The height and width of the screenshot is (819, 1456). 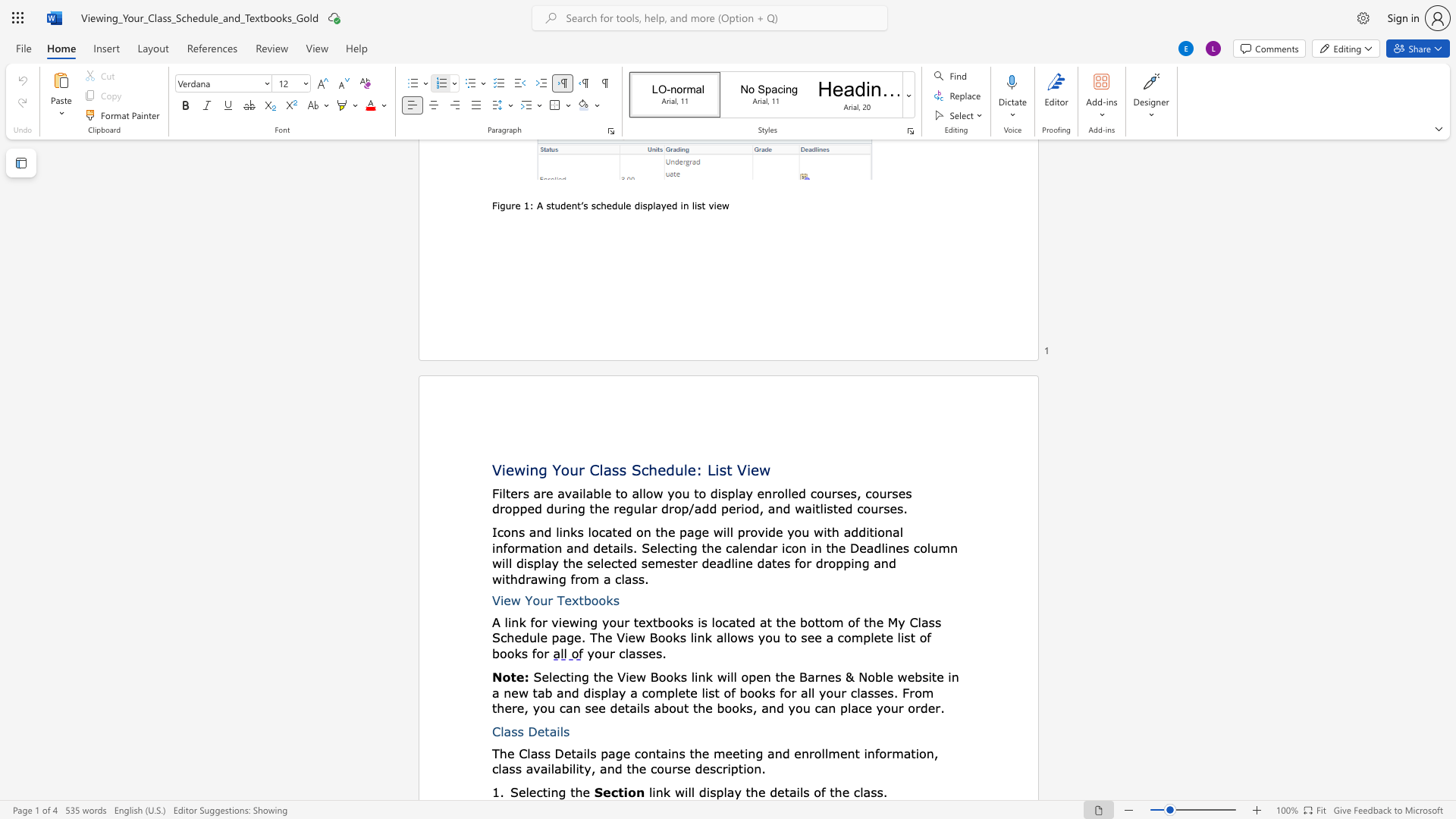 What do you see at coordinates (648, 508) in the screenshot?
I see `the 7th character "a" in the text` at bounding box center [648, 508].